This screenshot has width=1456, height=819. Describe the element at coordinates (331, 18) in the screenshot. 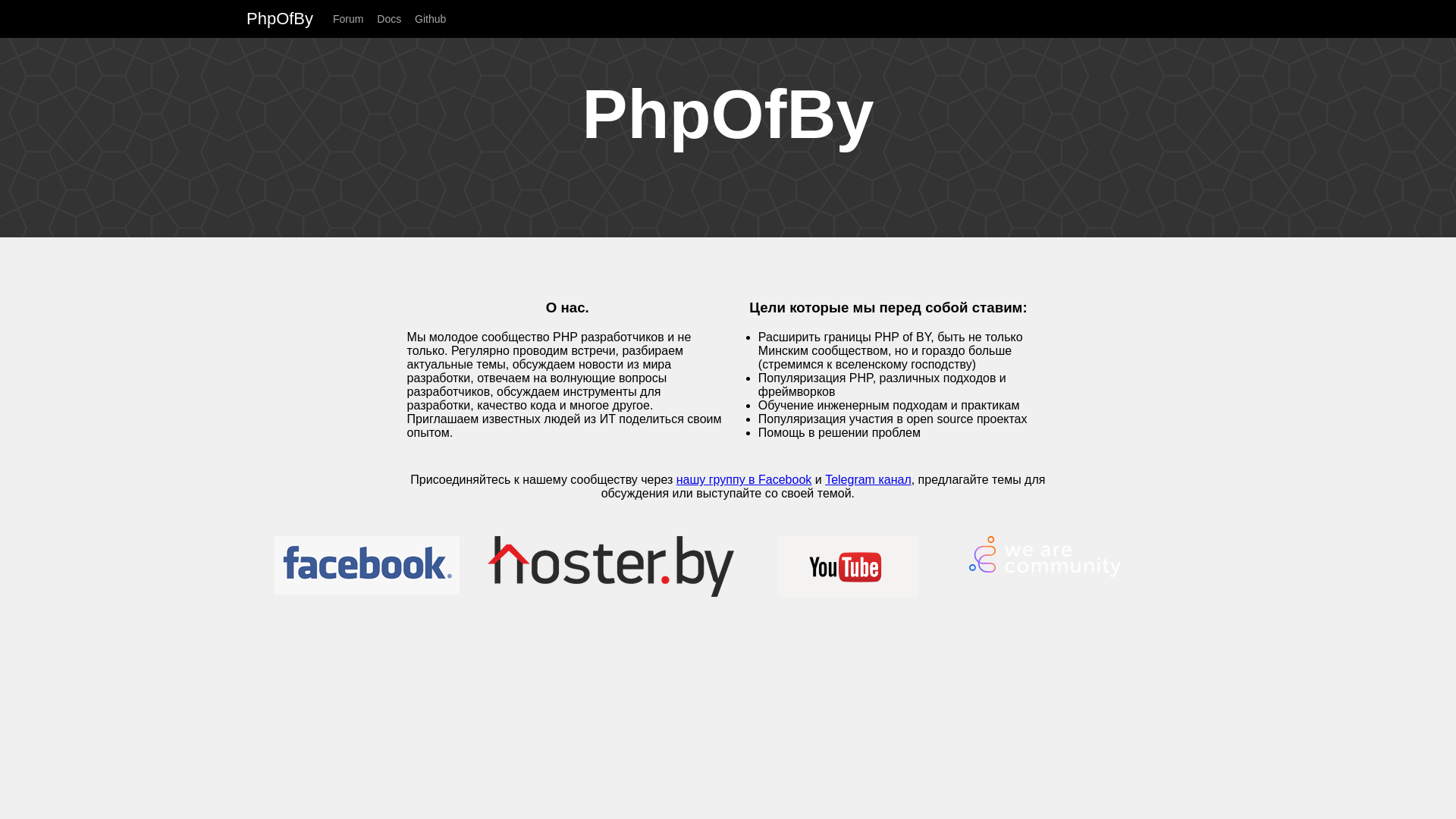

I see `'Forum'` at that location.